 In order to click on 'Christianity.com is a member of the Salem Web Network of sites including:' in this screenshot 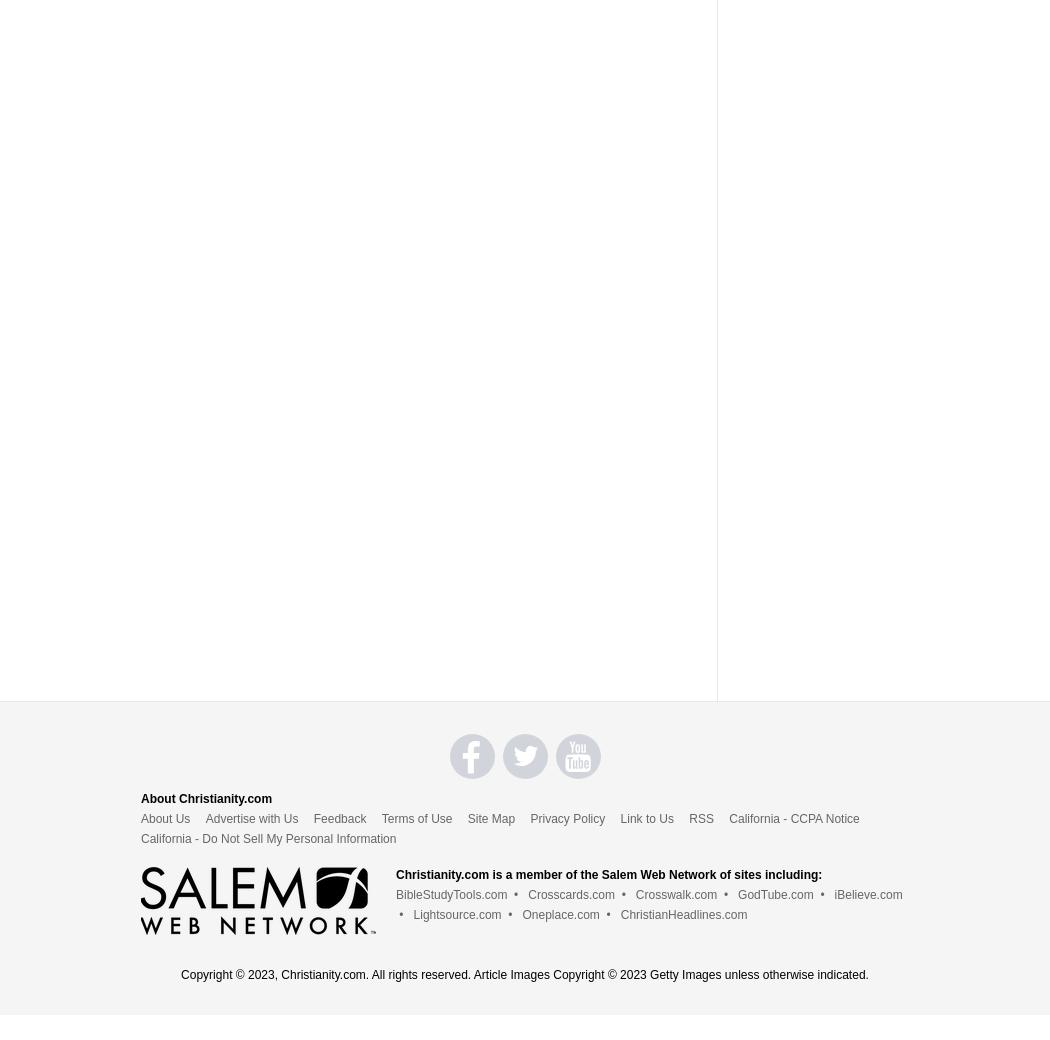, I will do `click(609, 873)`.